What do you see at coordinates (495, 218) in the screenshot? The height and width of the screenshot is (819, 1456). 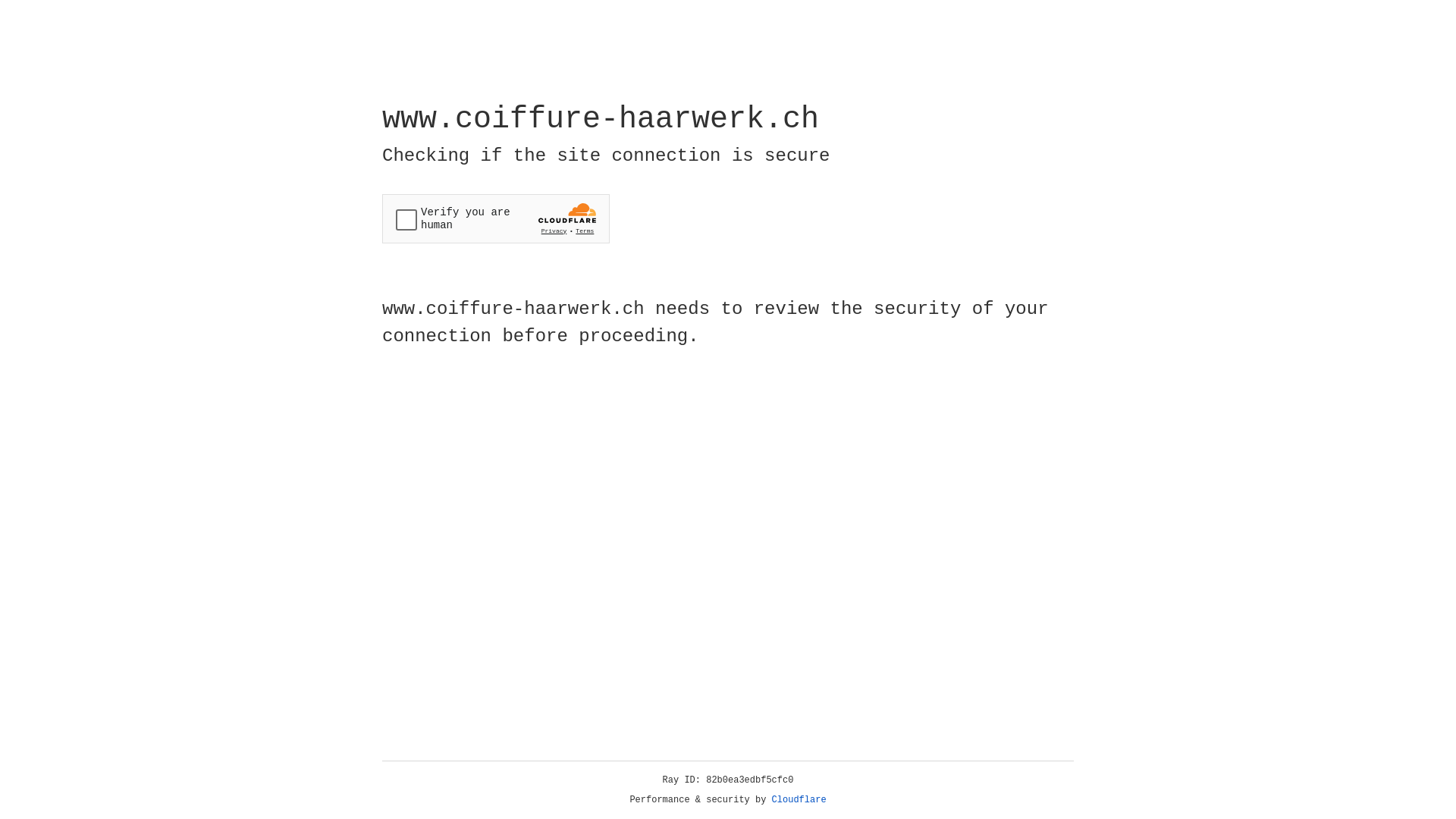 I see `'Widget containing a Cloudflare security challenge'` at bounding box center [495, 218].